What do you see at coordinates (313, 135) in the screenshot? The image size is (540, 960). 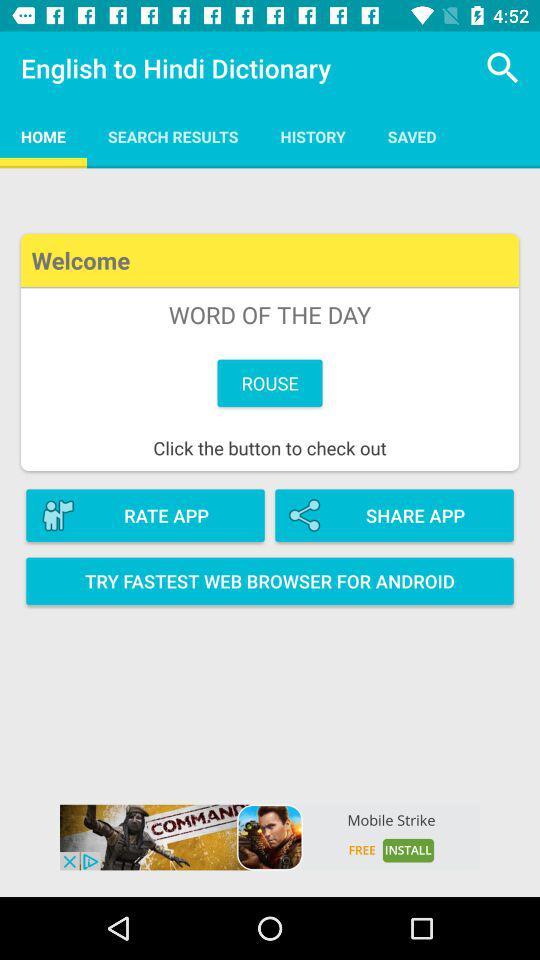 I see `the history tab` at bounding box center [313, 135].